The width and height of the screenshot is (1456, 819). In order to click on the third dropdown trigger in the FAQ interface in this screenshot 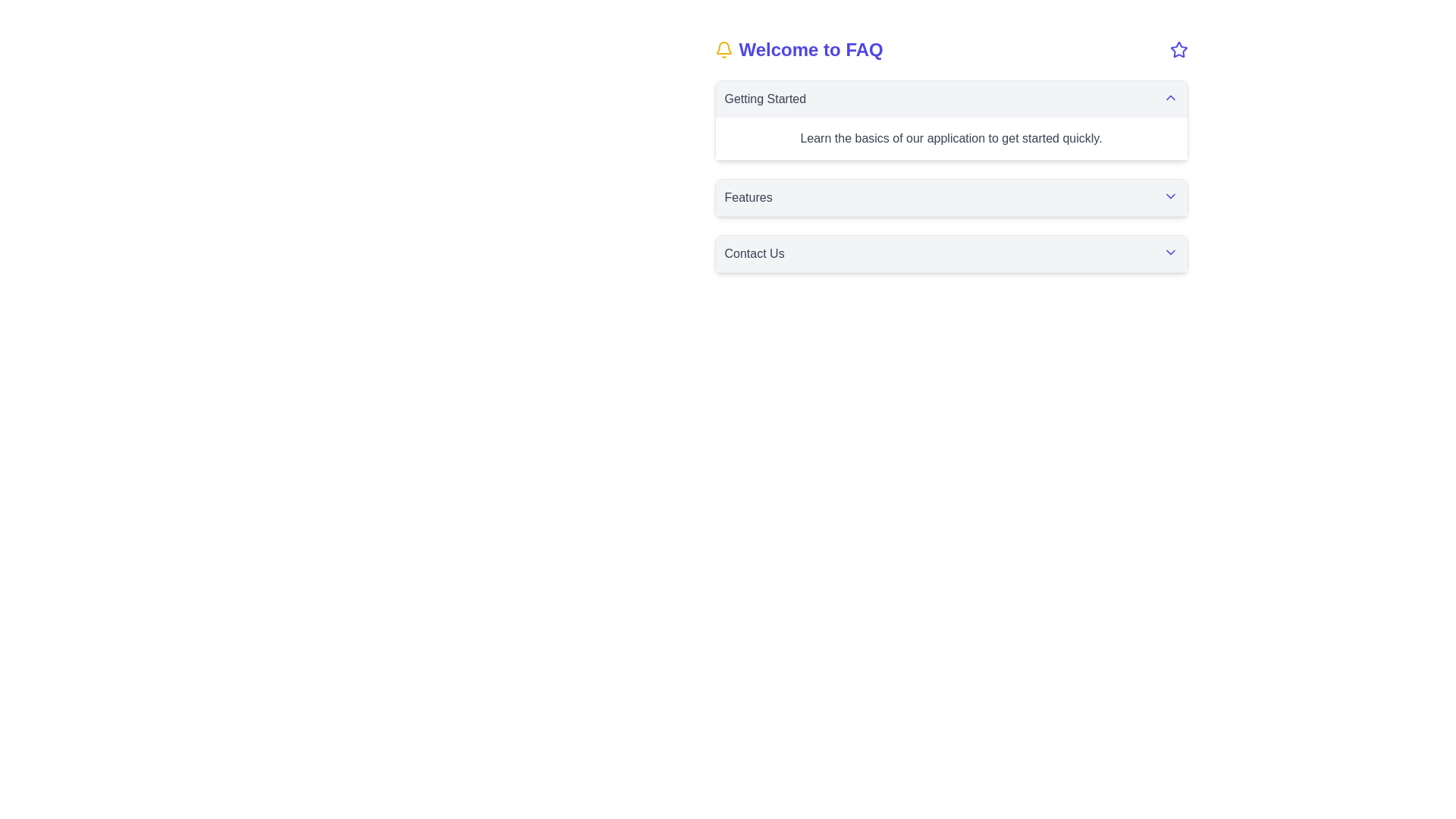, I will do `click(950, 253)`.